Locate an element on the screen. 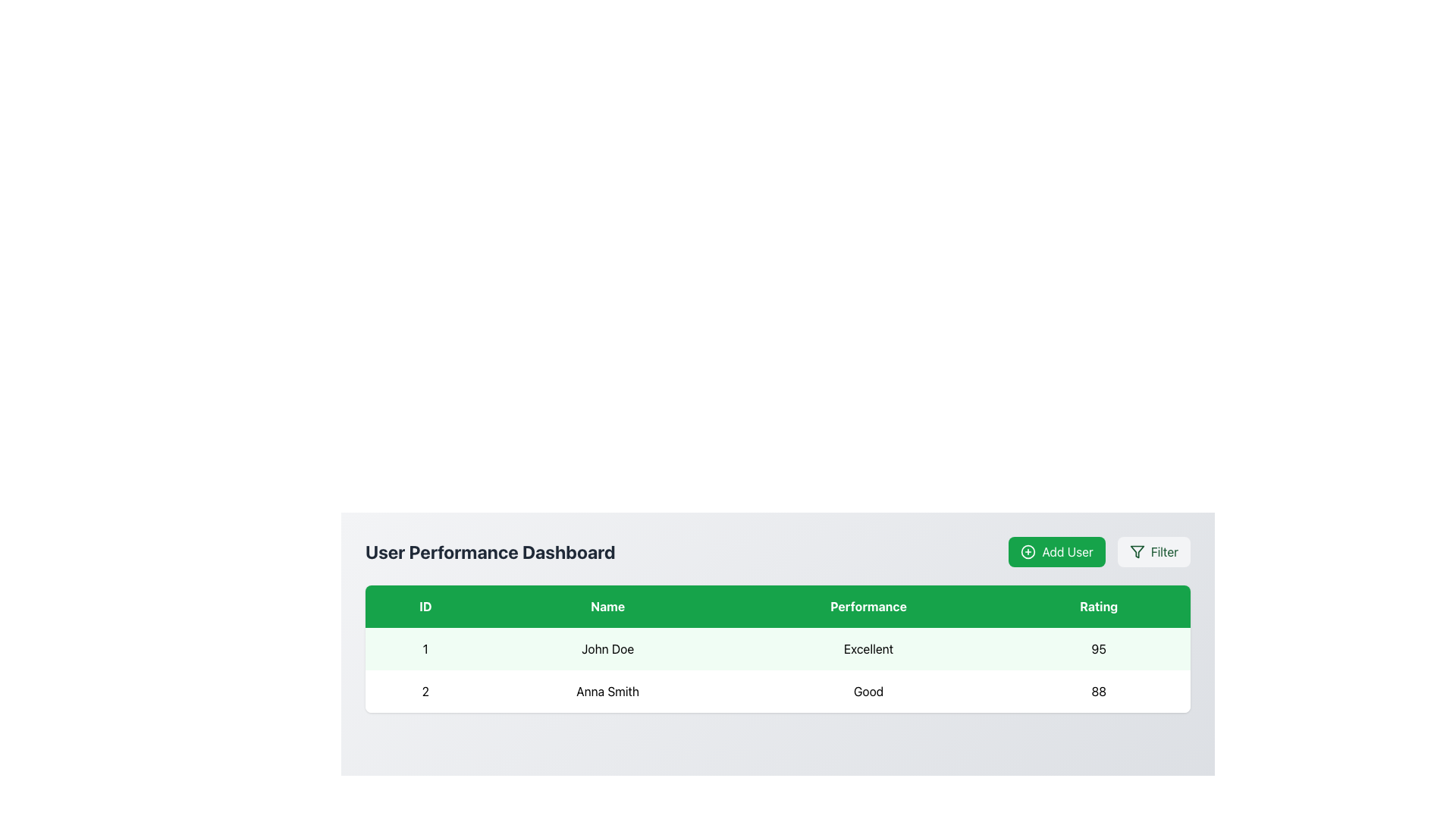 The image size is (1456, 819). the text label displaying 'Good' in the third column of the second row of the User Performance Dashboard table is located at coordinates (868, 691).